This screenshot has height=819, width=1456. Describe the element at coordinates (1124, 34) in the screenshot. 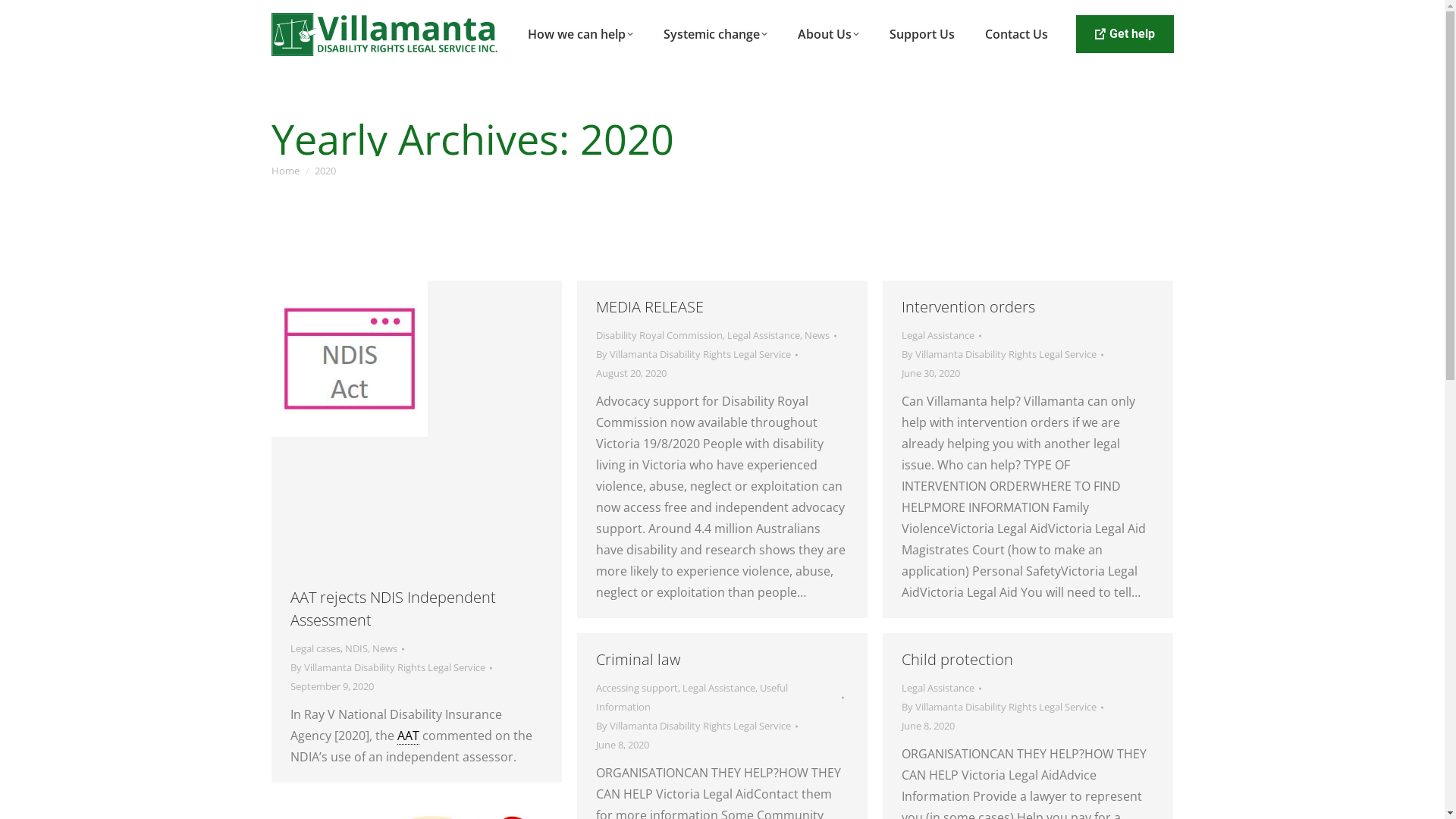

I see `'Get help'` at that location.